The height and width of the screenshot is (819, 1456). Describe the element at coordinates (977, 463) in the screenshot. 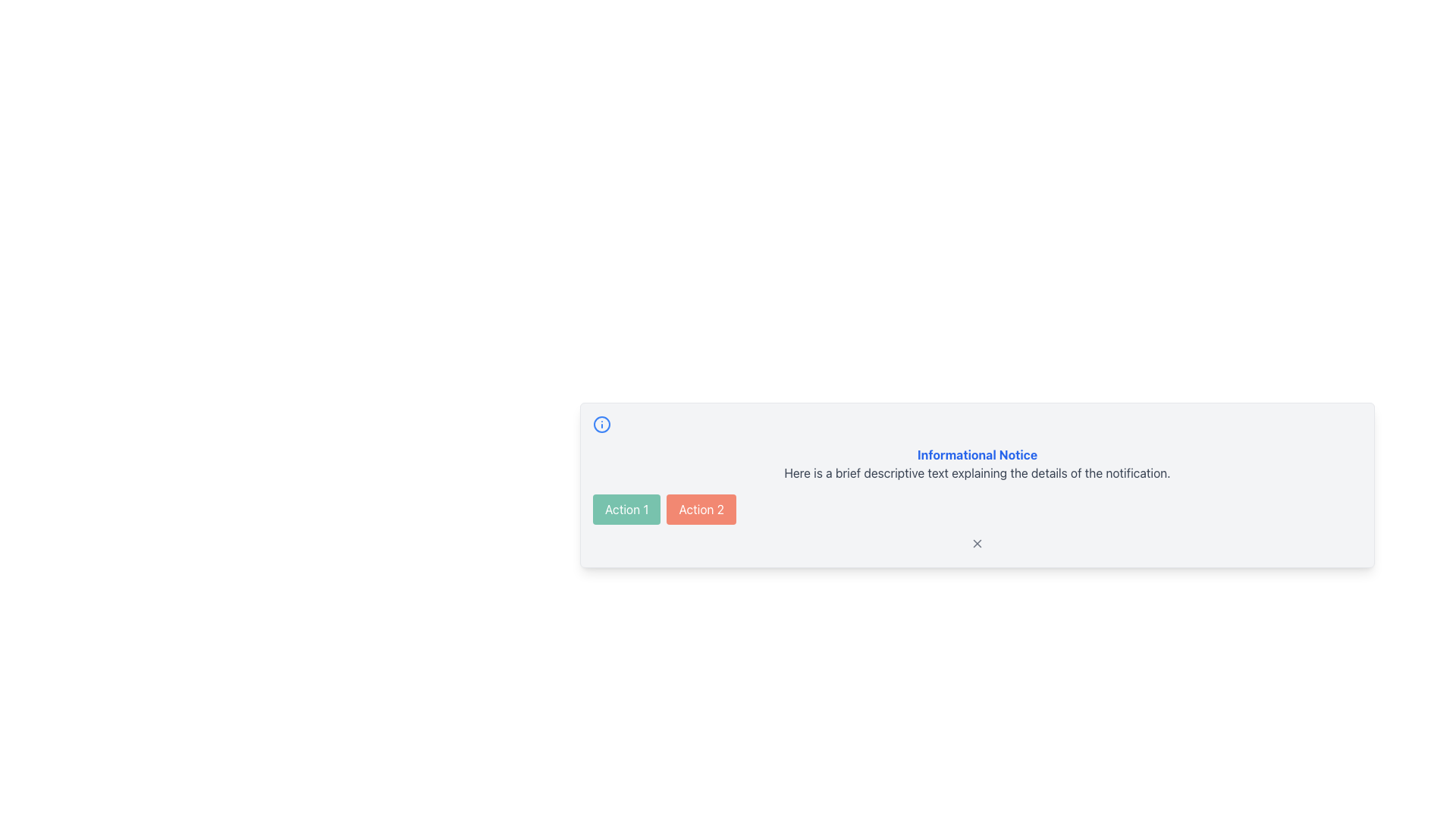

I see `the text block that displays 'Informational Notice' with a smaller gray text below it, centered in a light gray background` at that location.